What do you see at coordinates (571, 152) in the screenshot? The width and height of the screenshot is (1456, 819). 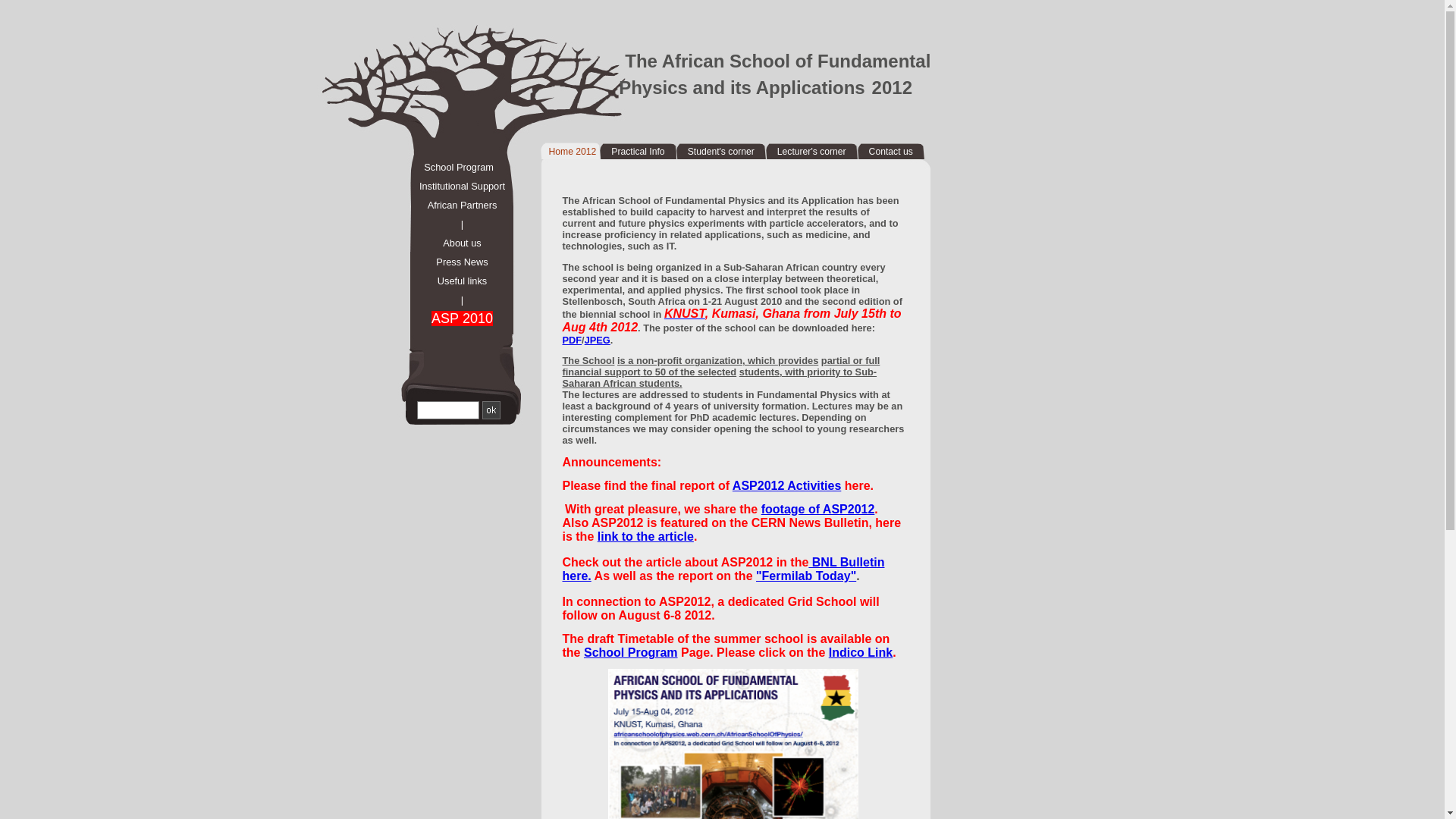 I see `'Home 2012'` at bounding box center [571, 152].